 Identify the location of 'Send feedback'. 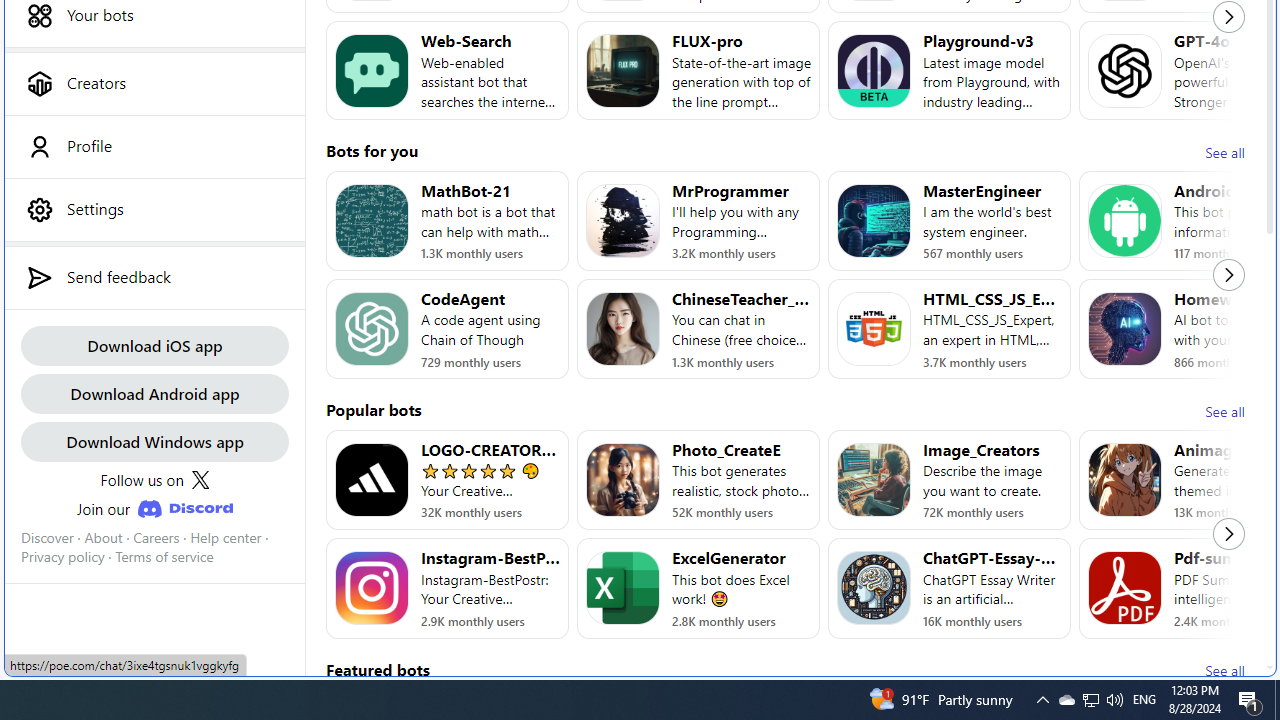
(153, 277).